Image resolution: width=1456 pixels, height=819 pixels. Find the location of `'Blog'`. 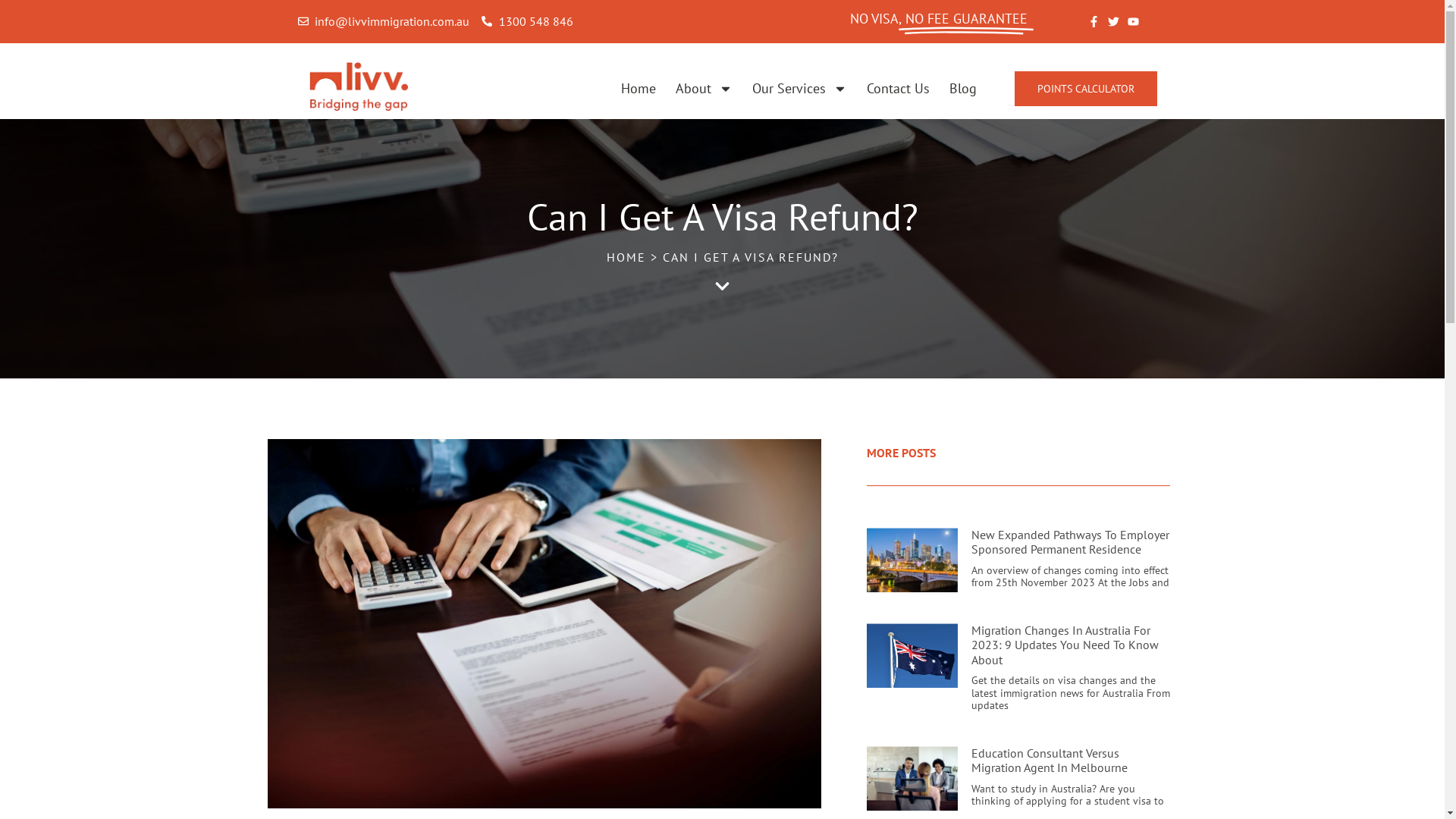

'Blog' is located at coordinates (949, 89).